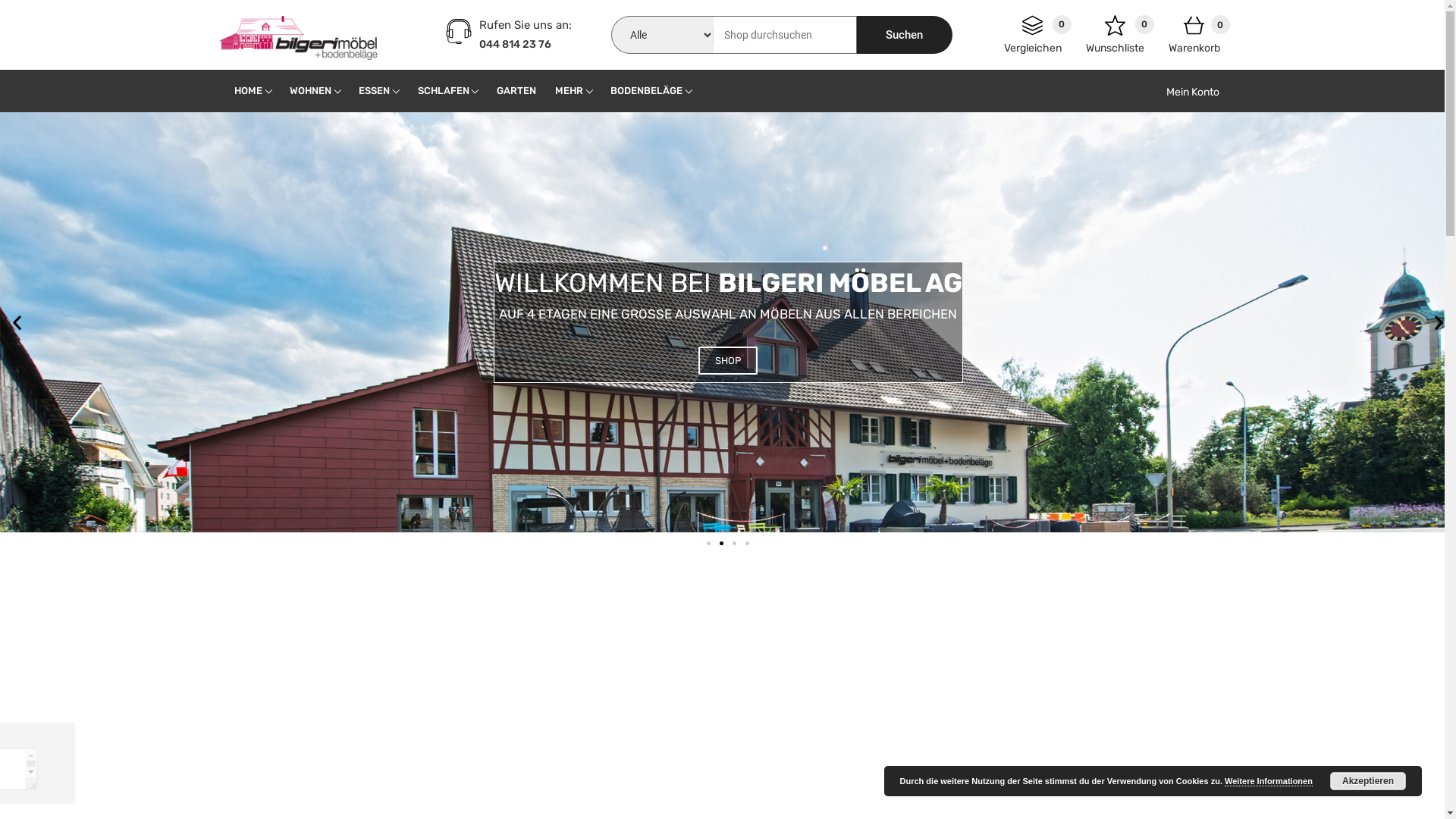 The height and width of the screenshot is (819, 1456). What do you see at coordinates (1329, 780) in the screenshot?
I see `'Akzeptieren'` at bounding box center [1329, 780].